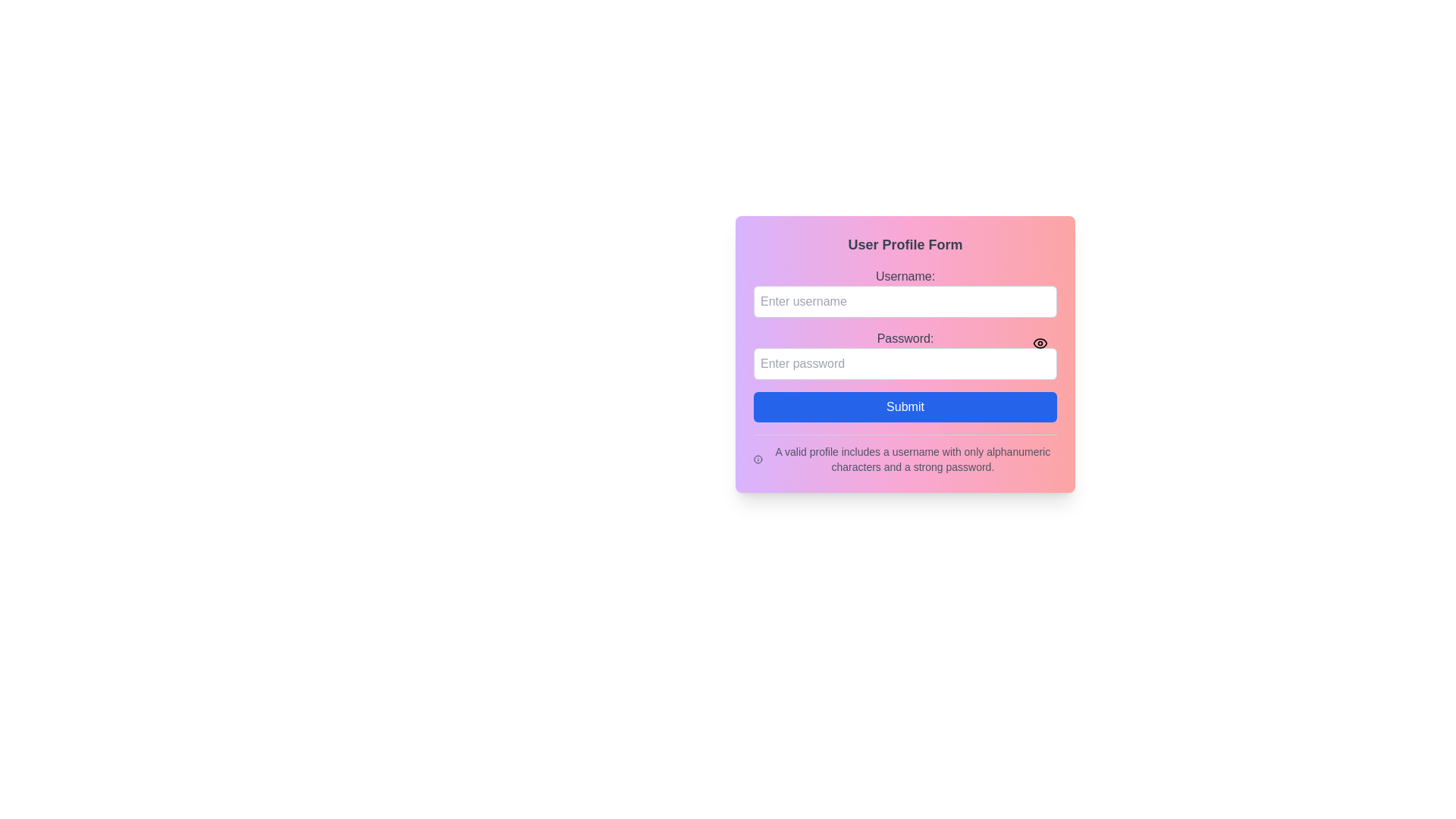  Describe the element at coordinates (905, 338) in the screenshot. I see `the static text label that contains the text 'Password:' styled in gray, positioned above the password input field` at that location.